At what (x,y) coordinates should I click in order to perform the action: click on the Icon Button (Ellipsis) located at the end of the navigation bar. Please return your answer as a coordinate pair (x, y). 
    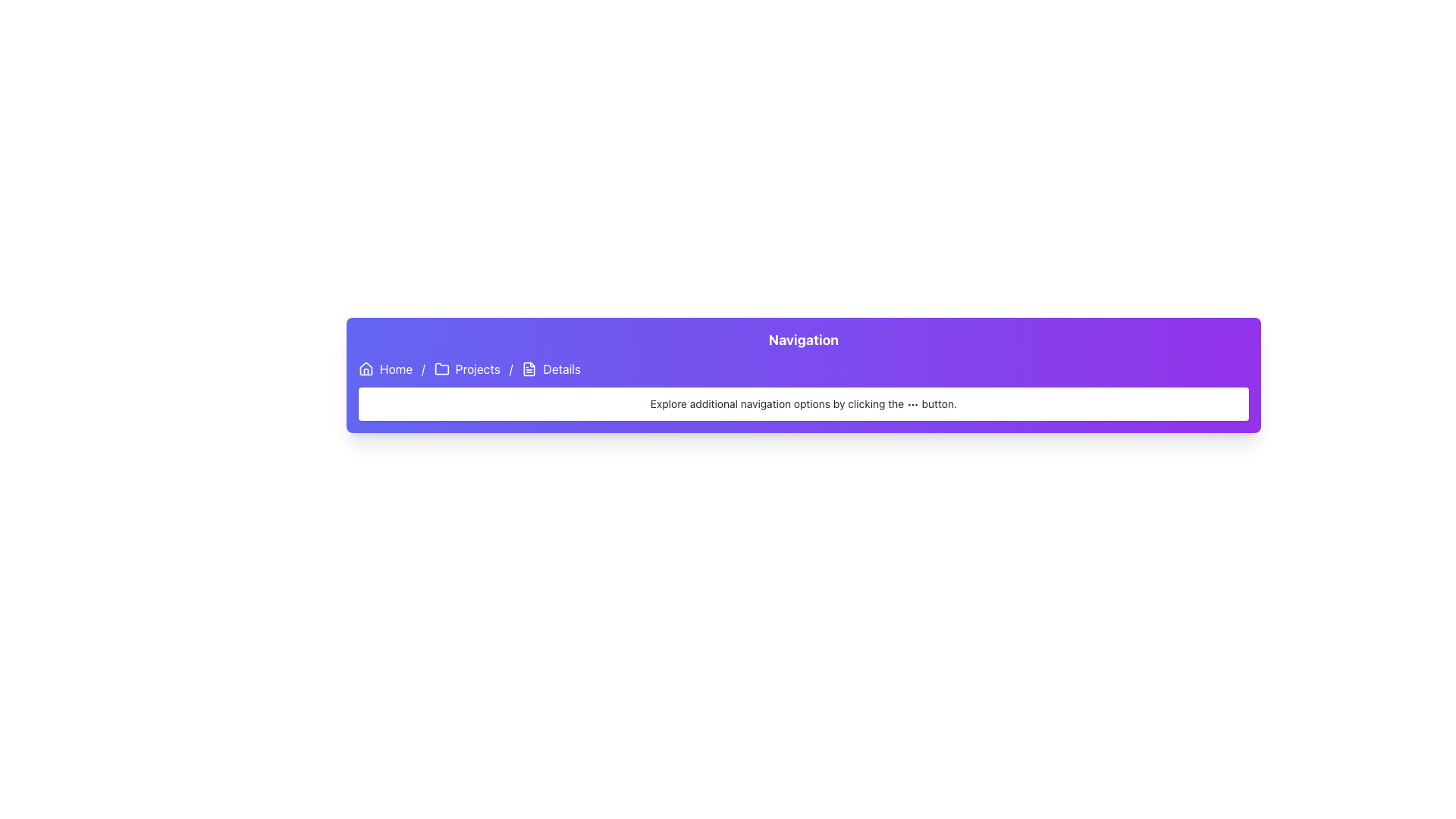
    Looking at the image, I should click on (912, 404).